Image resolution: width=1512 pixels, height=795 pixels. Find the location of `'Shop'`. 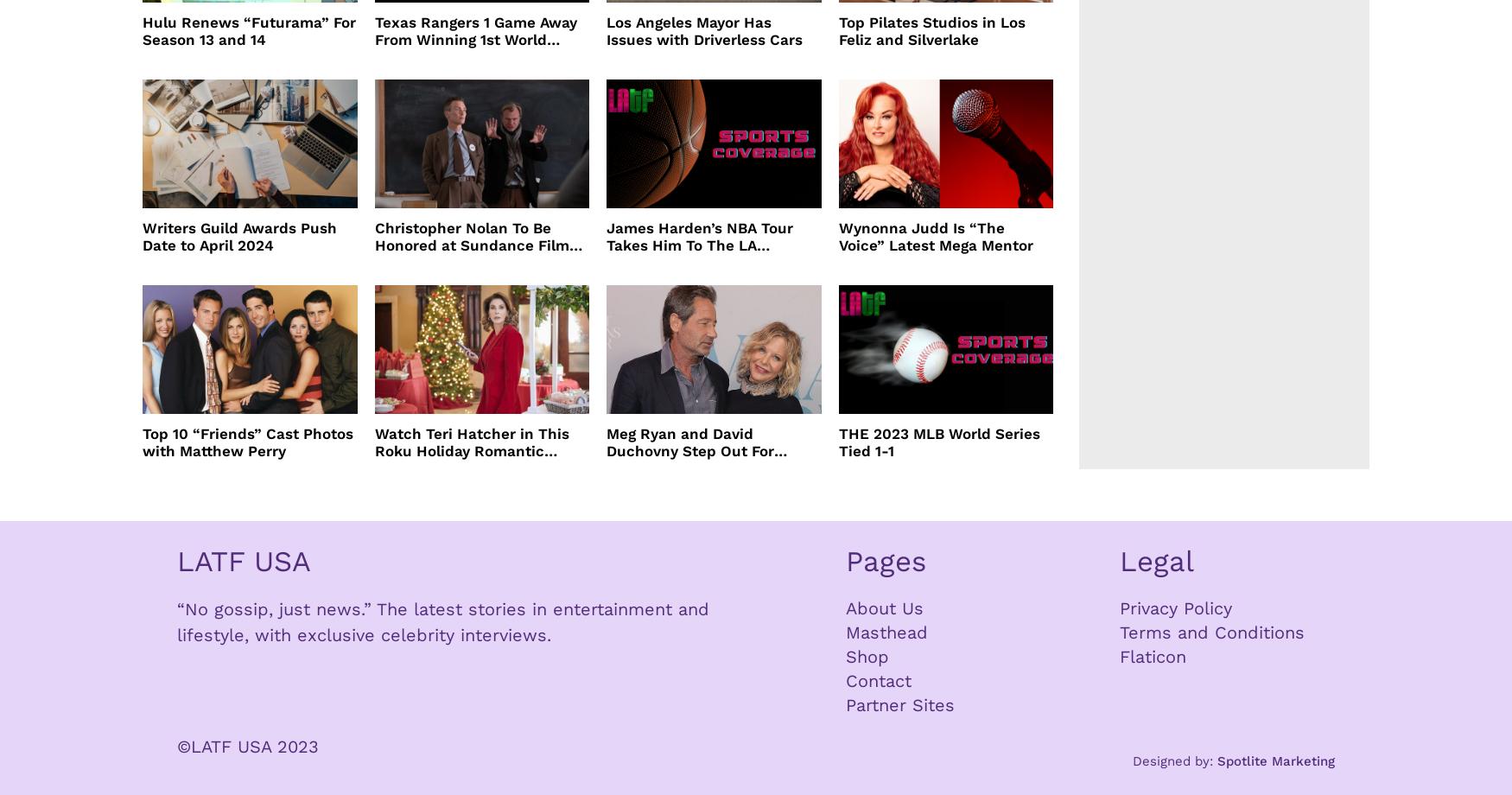

'Shop' is located at coordinates (845, 656).